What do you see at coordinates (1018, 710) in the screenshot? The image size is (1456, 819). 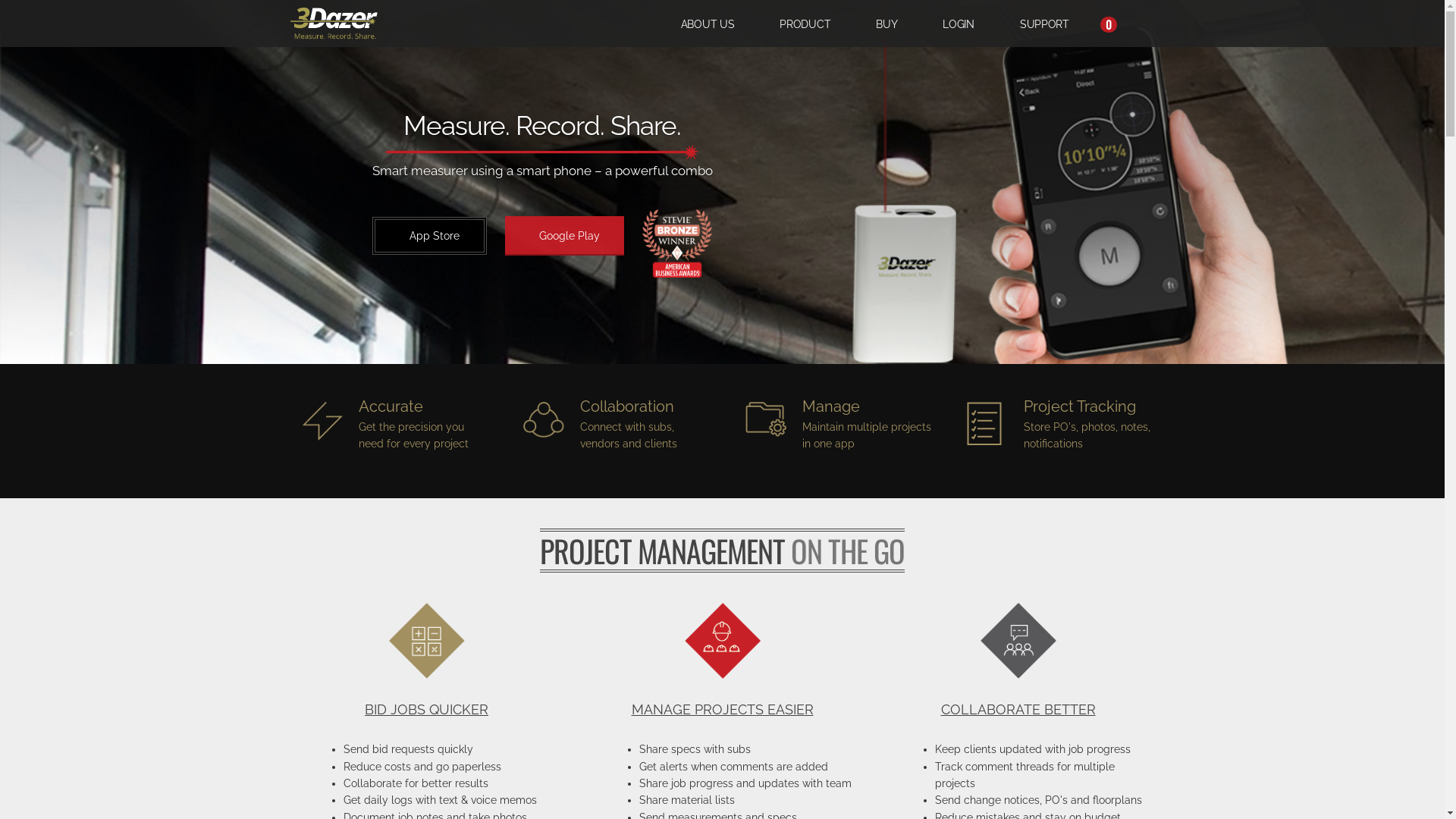 I see `'COLLABORATE BETTER'` at bounding box center [1018, 710].